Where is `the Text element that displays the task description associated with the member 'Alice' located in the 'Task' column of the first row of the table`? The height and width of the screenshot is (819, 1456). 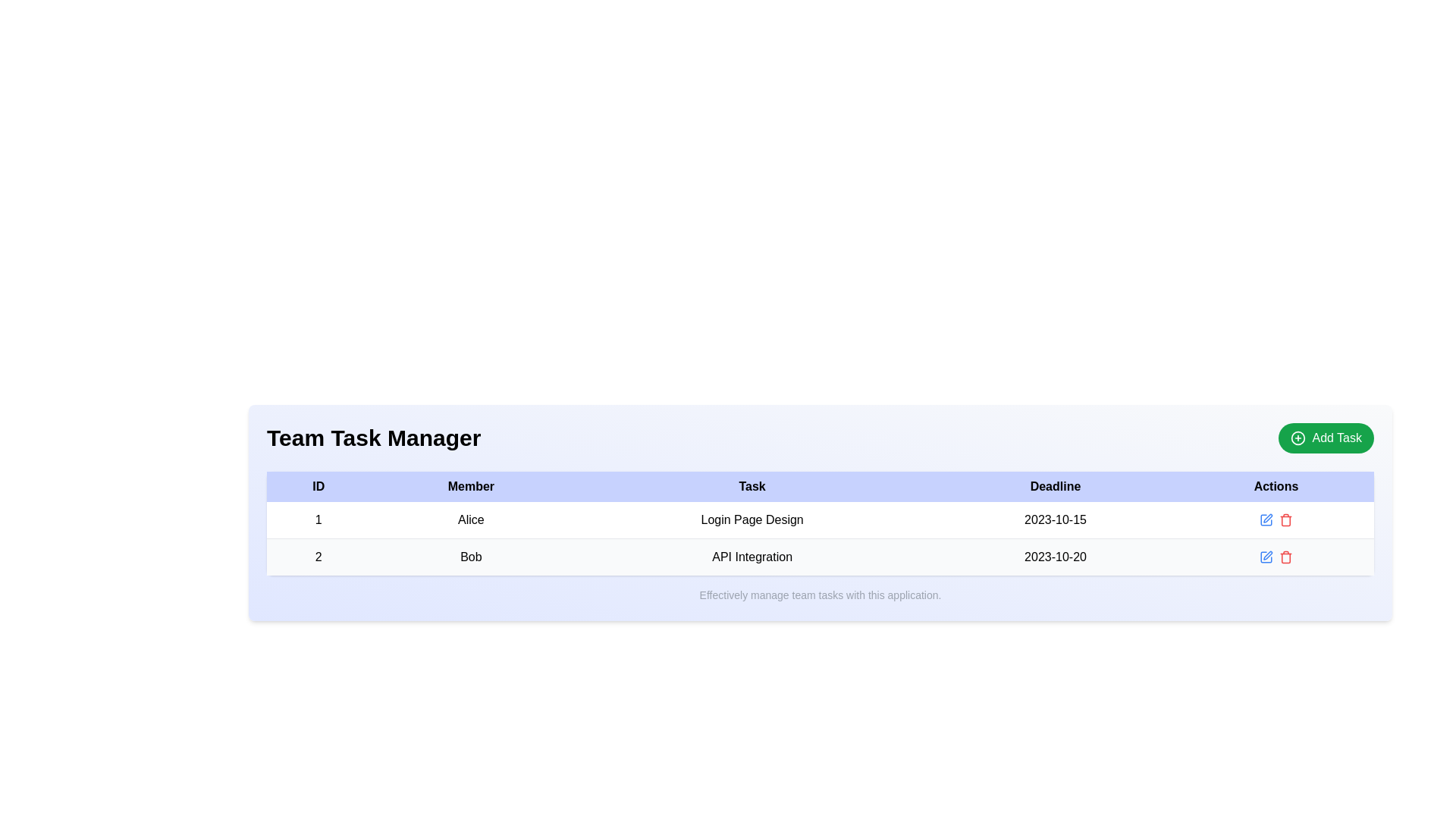
the Text element that displays the task description associated with the member 'Alice' located in the 'Task' column of the first row of the table is located at coordinates (752, 519).